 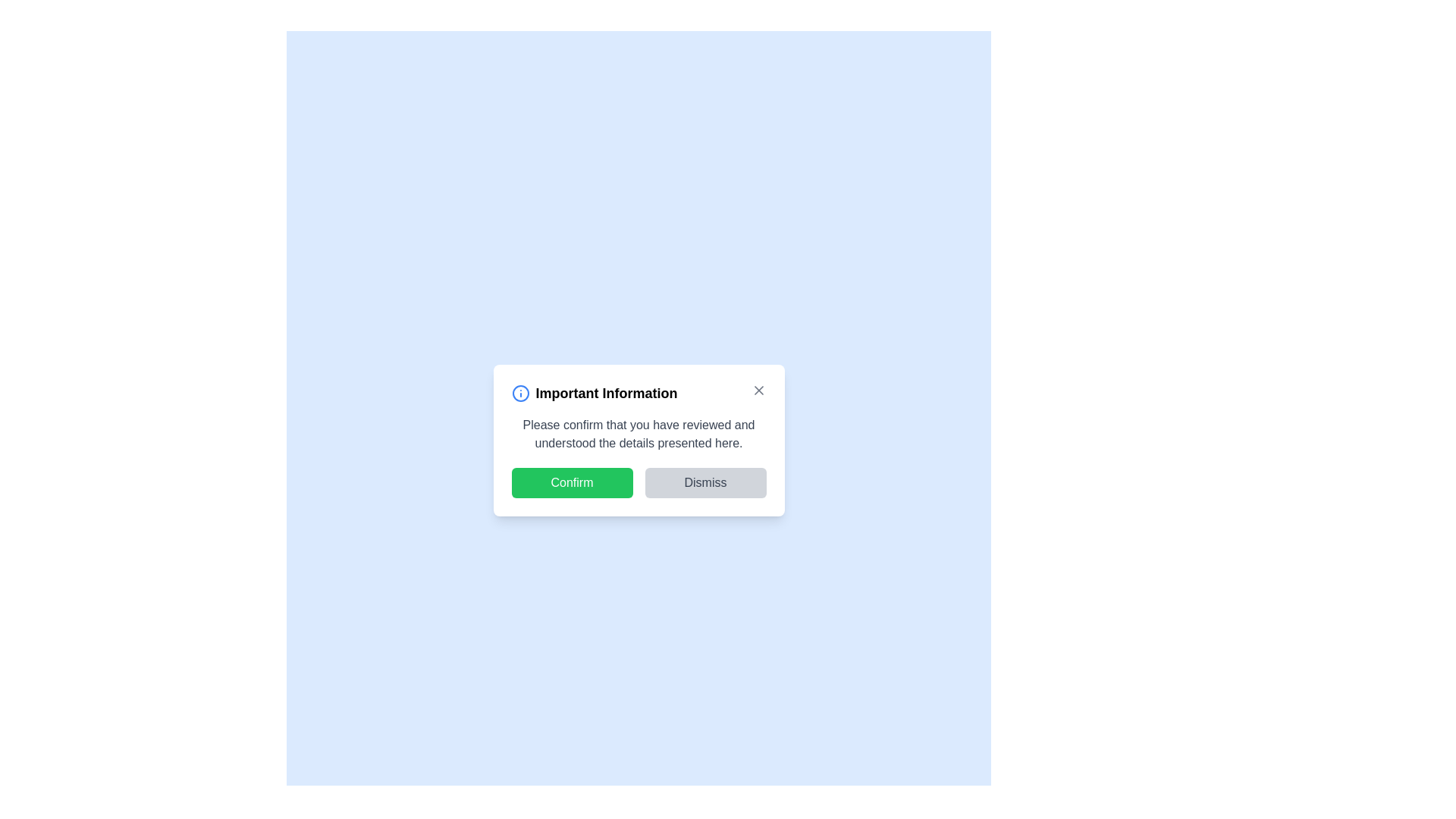 I want to click on the 'Confirm' button located near the center of the interface to observe its hover effect, so click(x=571, y=482).